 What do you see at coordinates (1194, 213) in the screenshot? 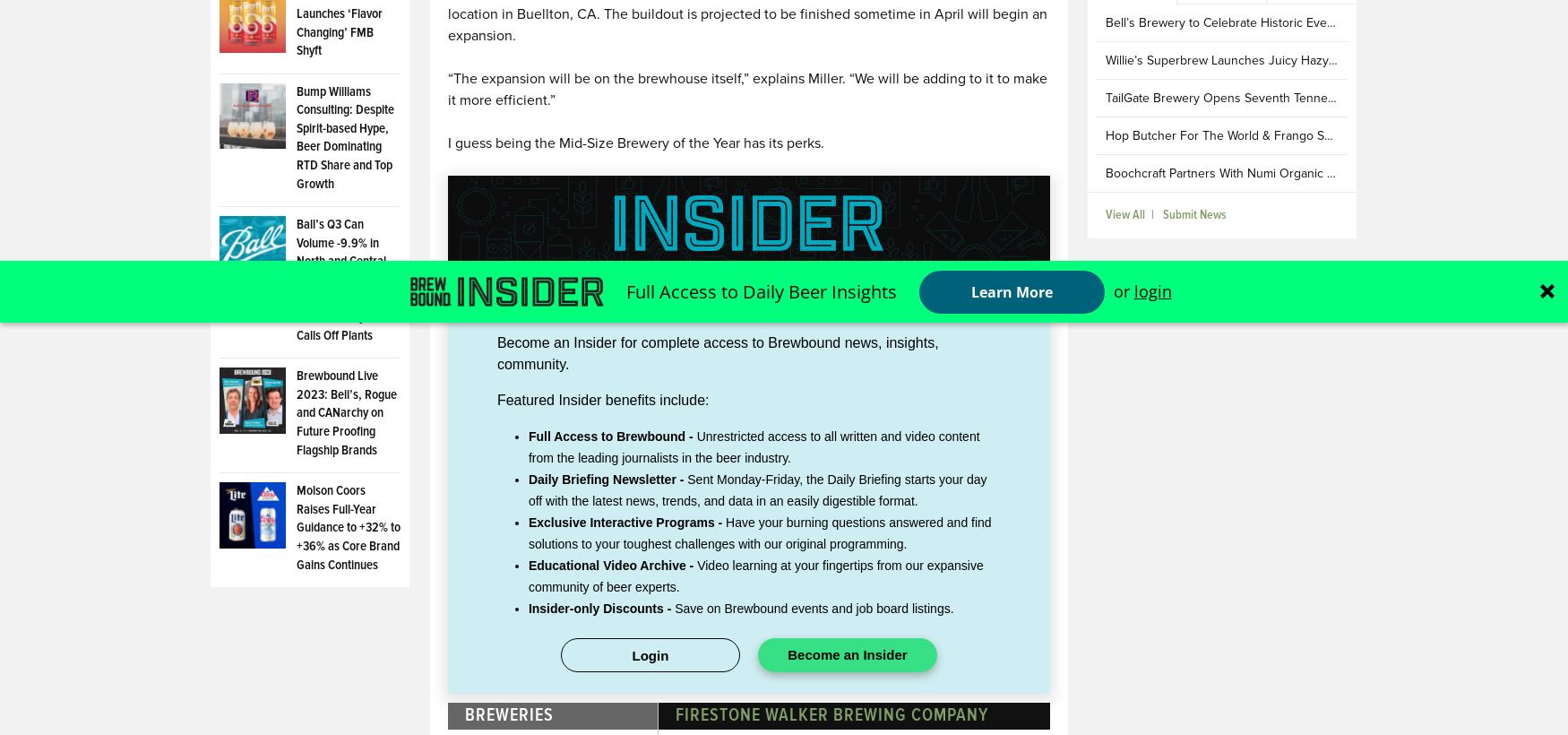
I see `'Submit News'` at bounding box center [1194, 213].